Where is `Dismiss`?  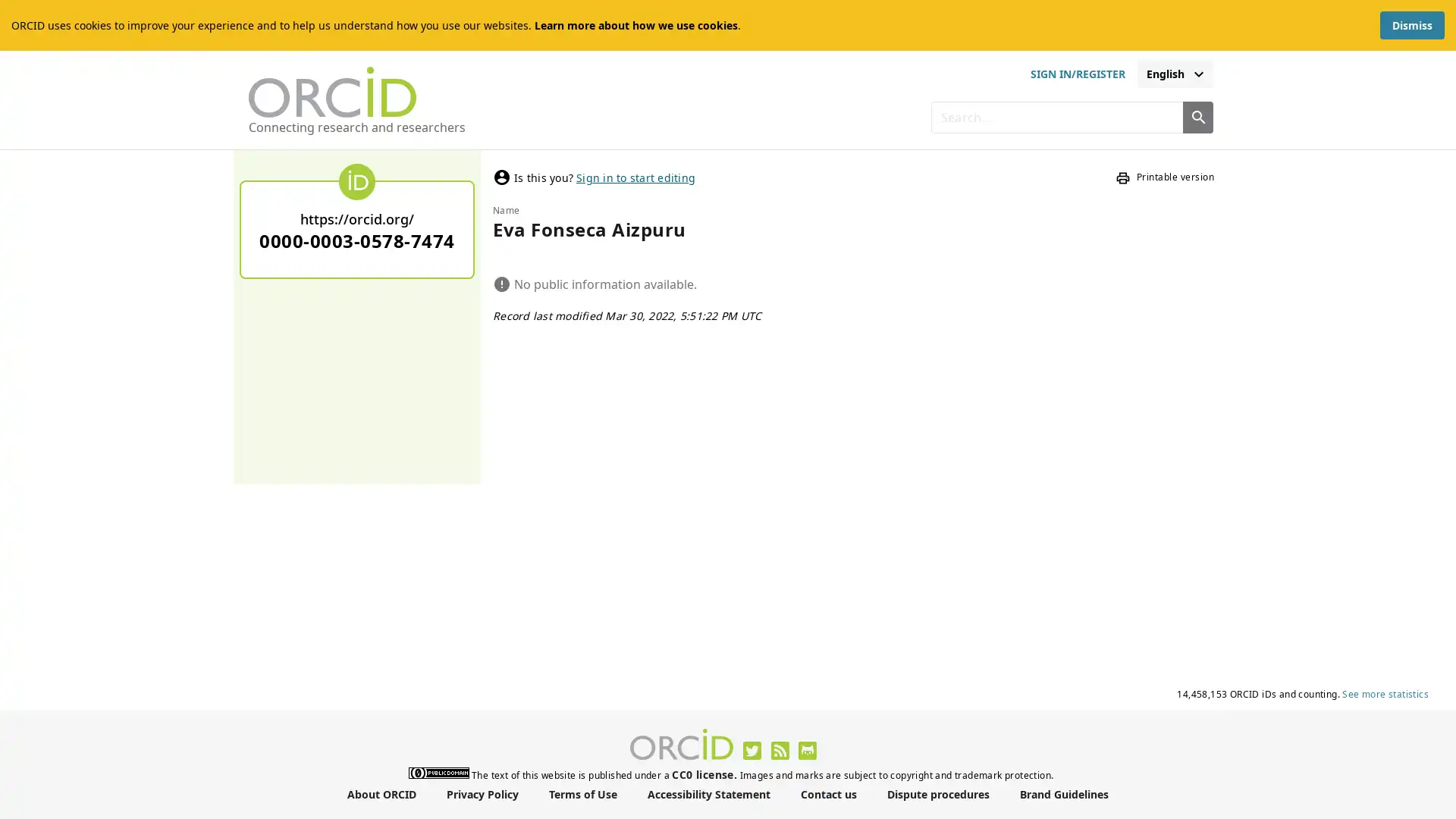
Dismiss is located at coordinates (1411, 25).